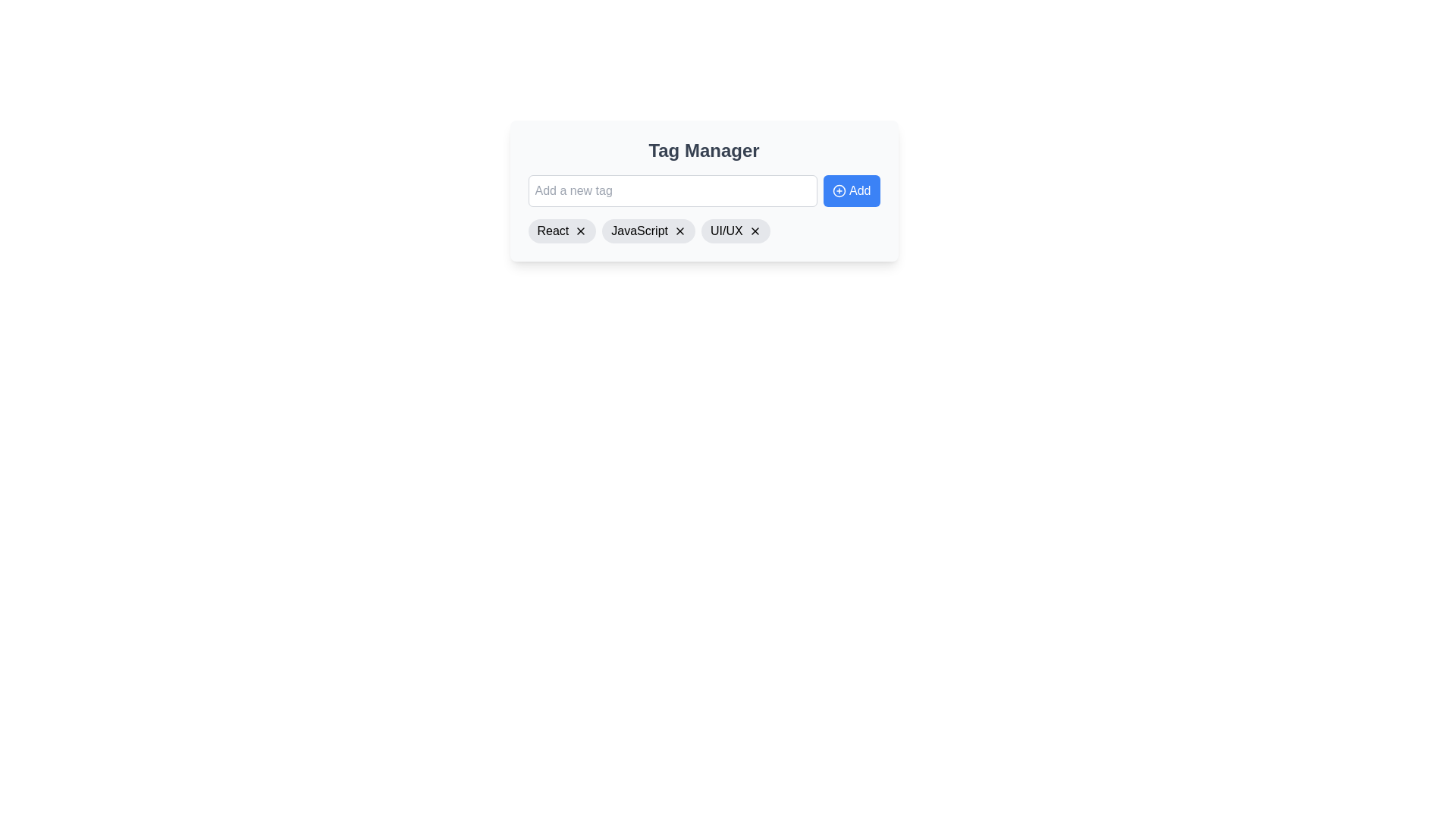 The image size is (1456, 819). What do you see at coordinates (561, 231) in the screenshot?
I see `the 'React' tag element with a removable button` at bounding box center [561, 231].